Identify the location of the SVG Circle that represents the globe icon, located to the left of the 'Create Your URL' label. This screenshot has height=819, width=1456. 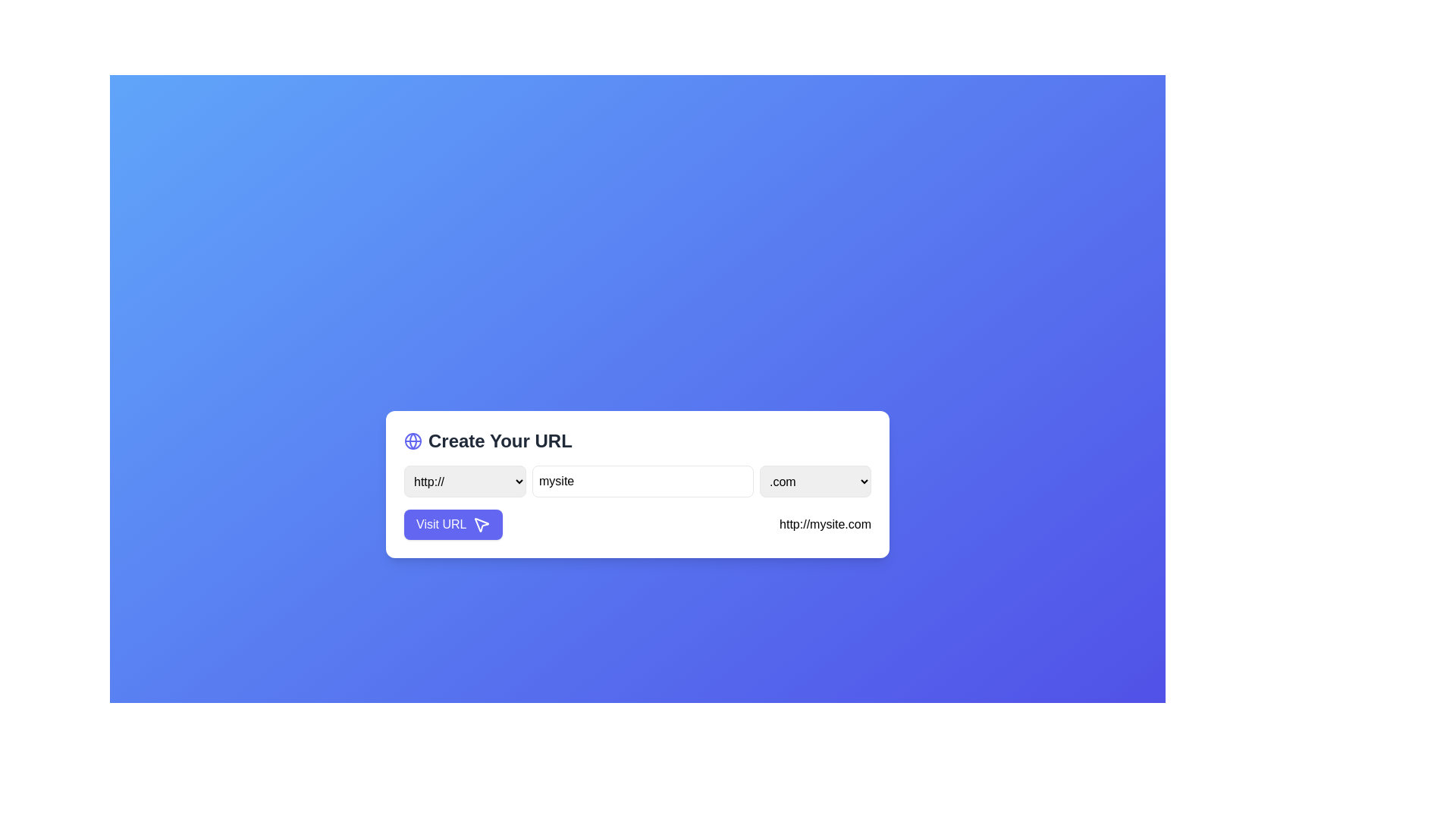
(413, 441).